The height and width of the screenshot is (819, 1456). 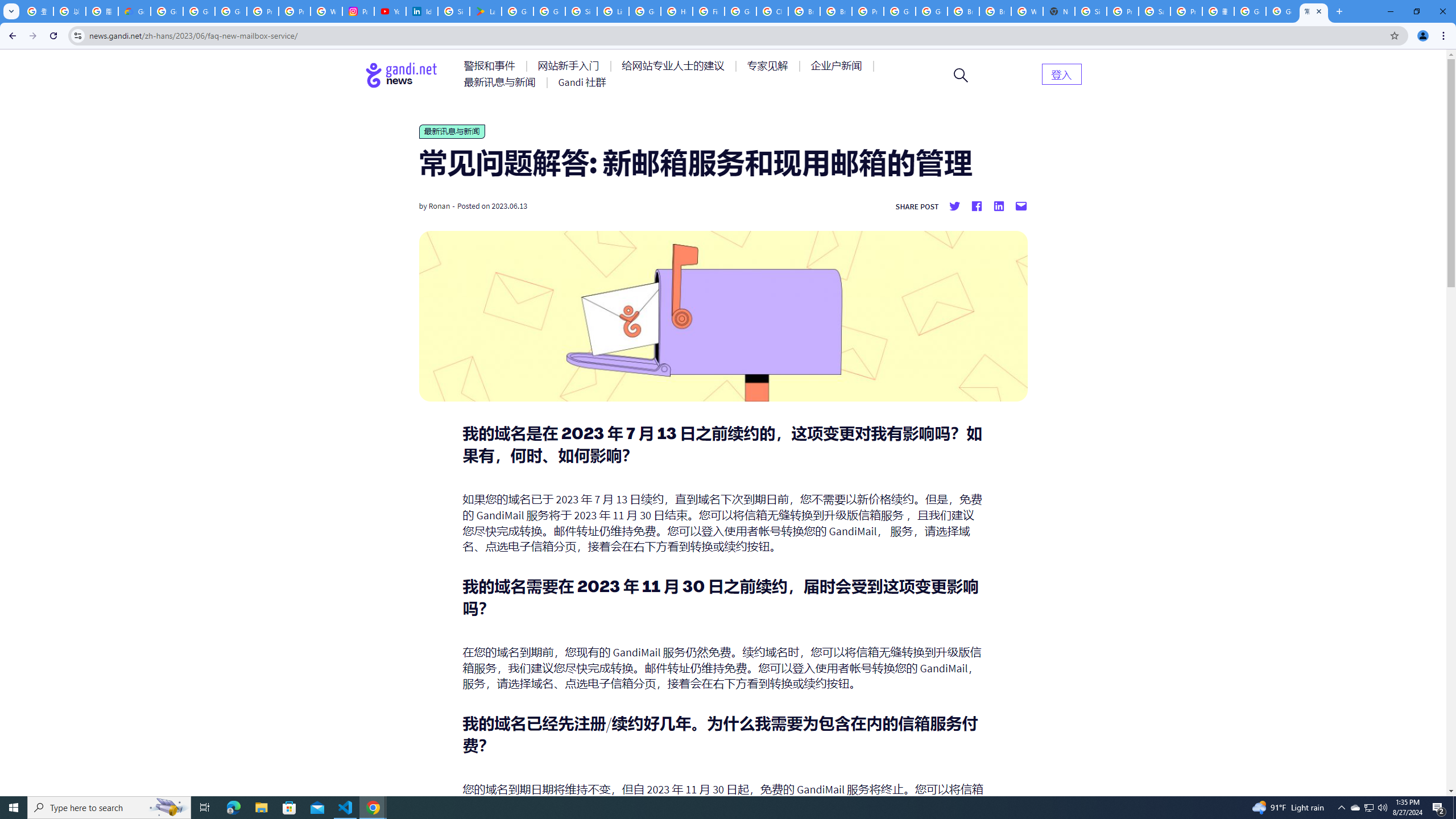 What do you see at coordinates (453, 11) in the screenshot?
I see `'Sign in - Google Accounts'` at bounding box center [453, 11].